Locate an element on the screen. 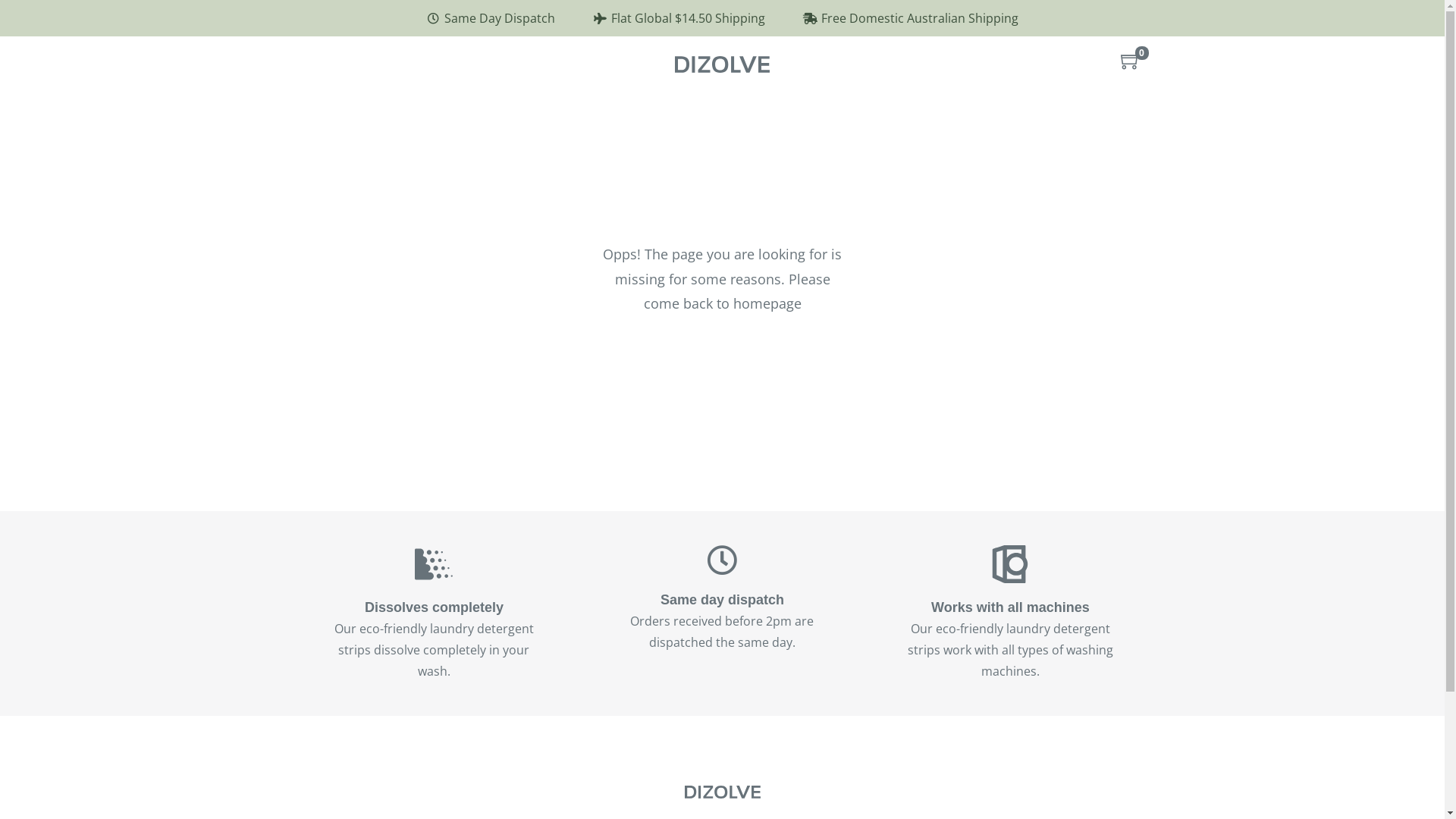 Image resolution: width=1456 pixels, height=819 pixels. '0' is located at coordinates (1131, 61).